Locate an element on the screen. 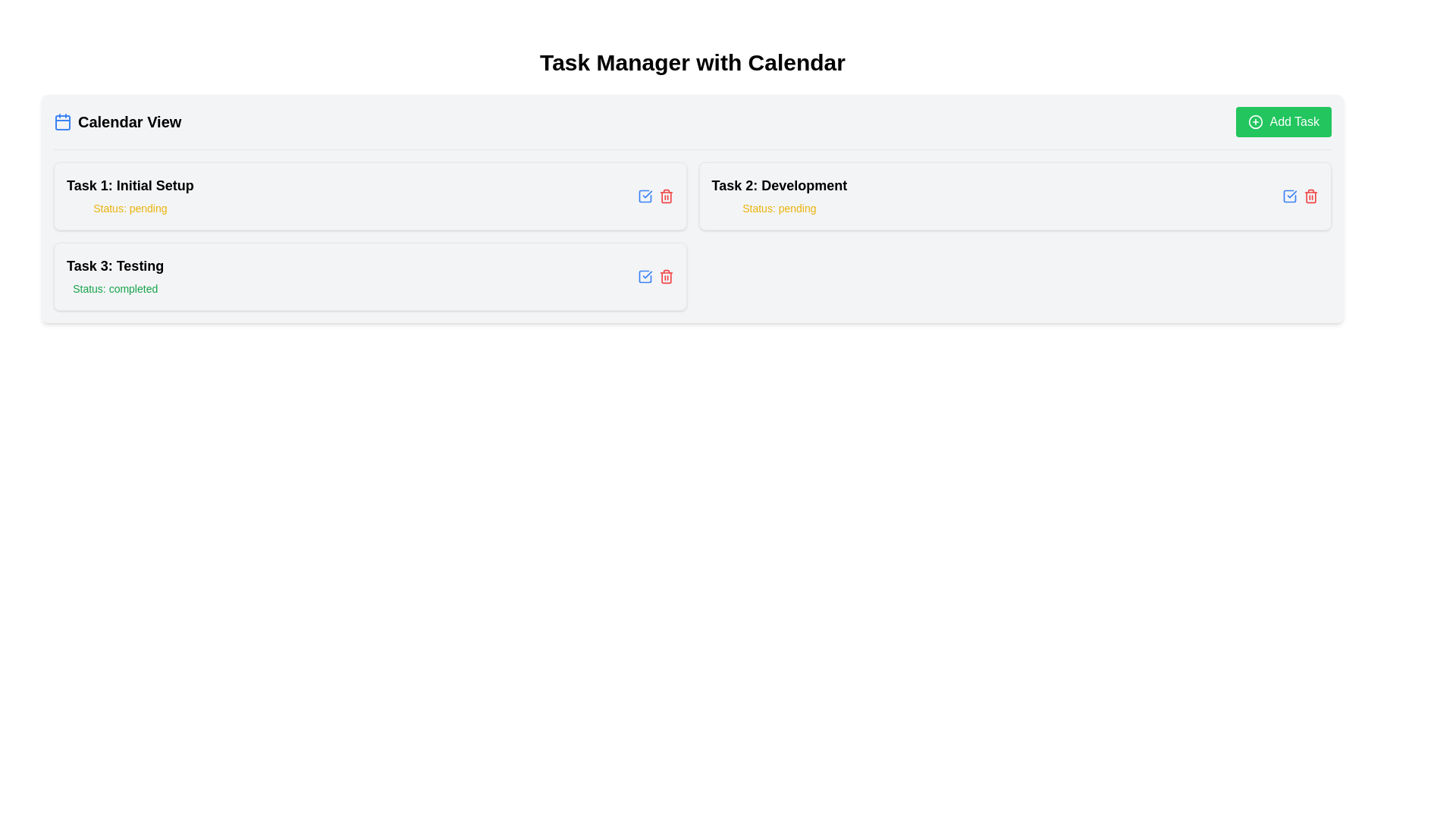 This screenshot has height=819, width=1456. text label displaying 'Task 3: Testing', which is styled in bold and larger font, located at the top of the task details card is located at coordinates (115, 265).